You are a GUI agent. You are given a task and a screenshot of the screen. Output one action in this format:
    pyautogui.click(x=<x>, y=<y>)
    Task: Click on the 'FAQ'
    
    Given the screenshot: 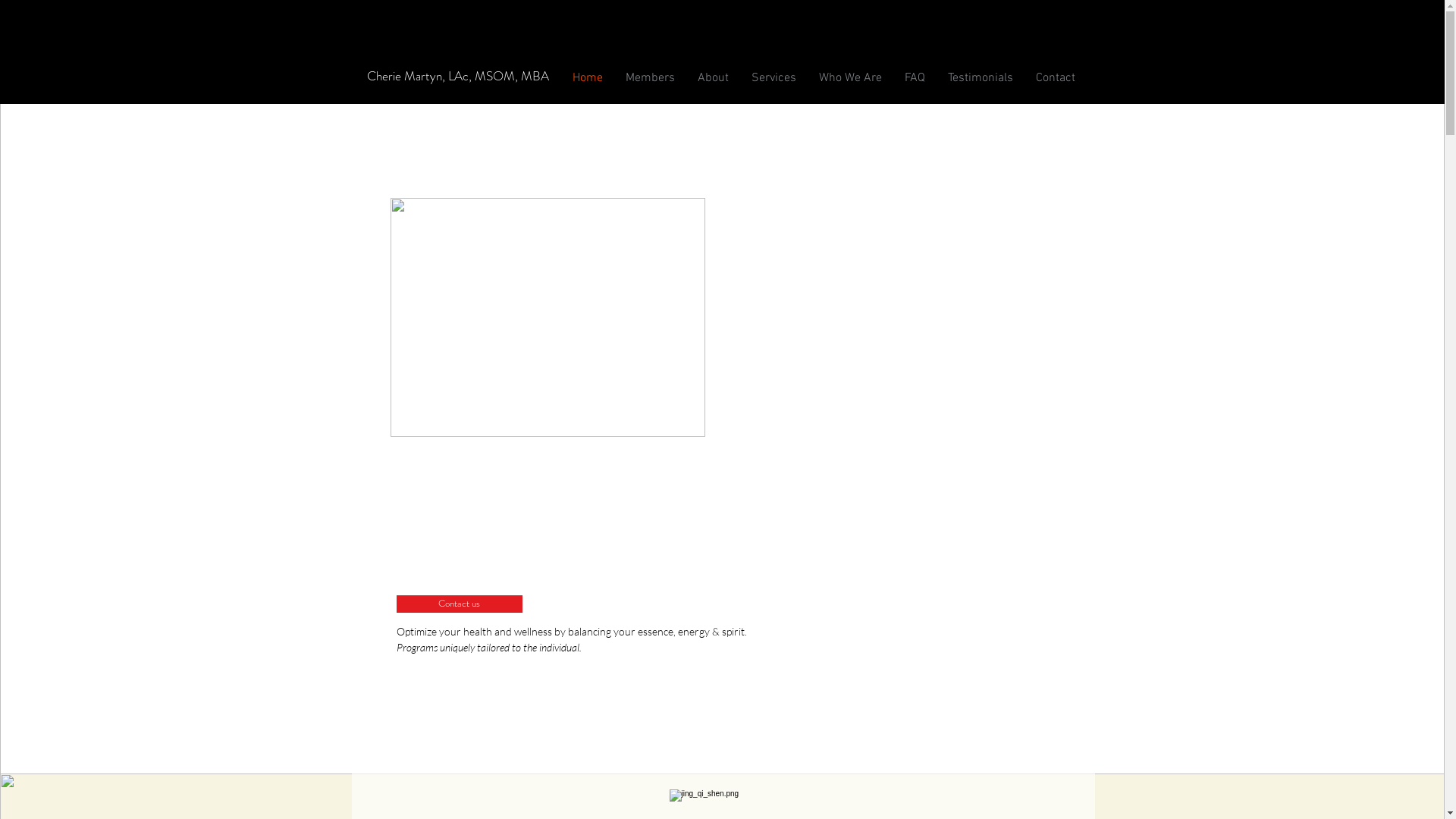 What is the action you would take?
    pyautogui.click(x=914, y=78)
    